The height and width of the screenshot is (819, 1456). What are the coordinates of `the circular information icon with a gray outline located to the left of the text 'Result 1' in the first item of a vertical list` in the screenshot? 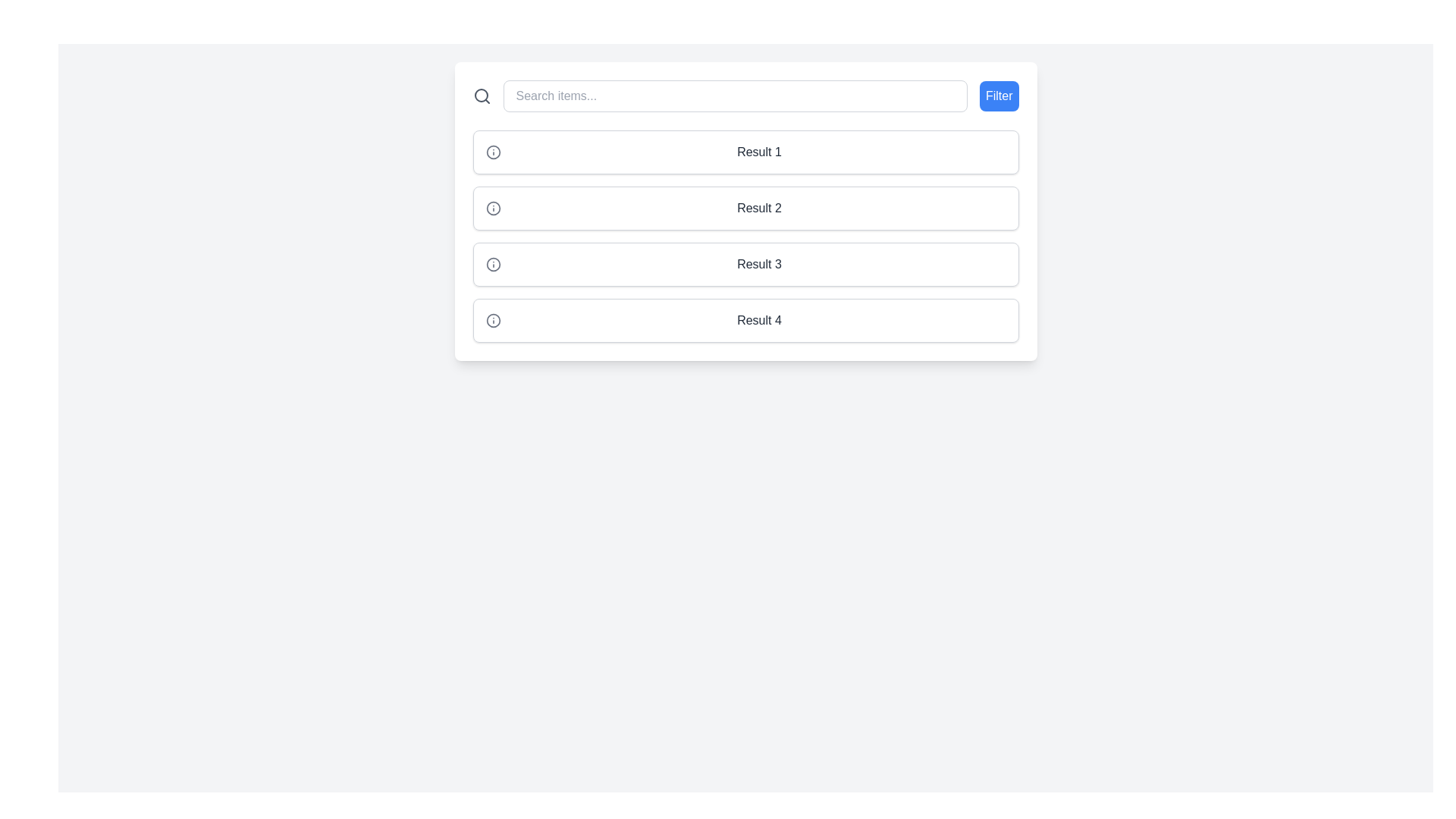 It's located at (493, 152).